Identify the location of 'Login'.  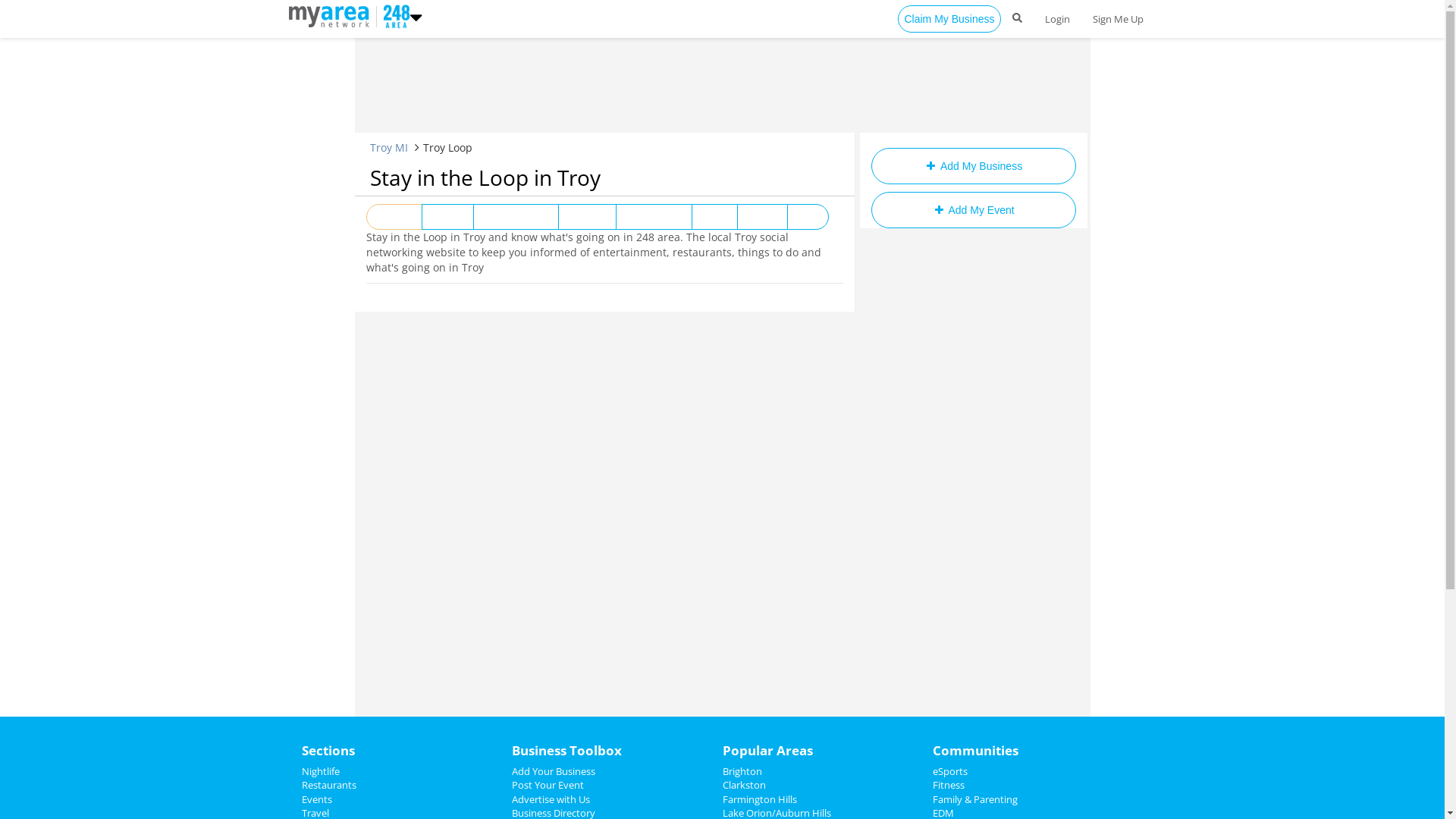
(1056, 18).